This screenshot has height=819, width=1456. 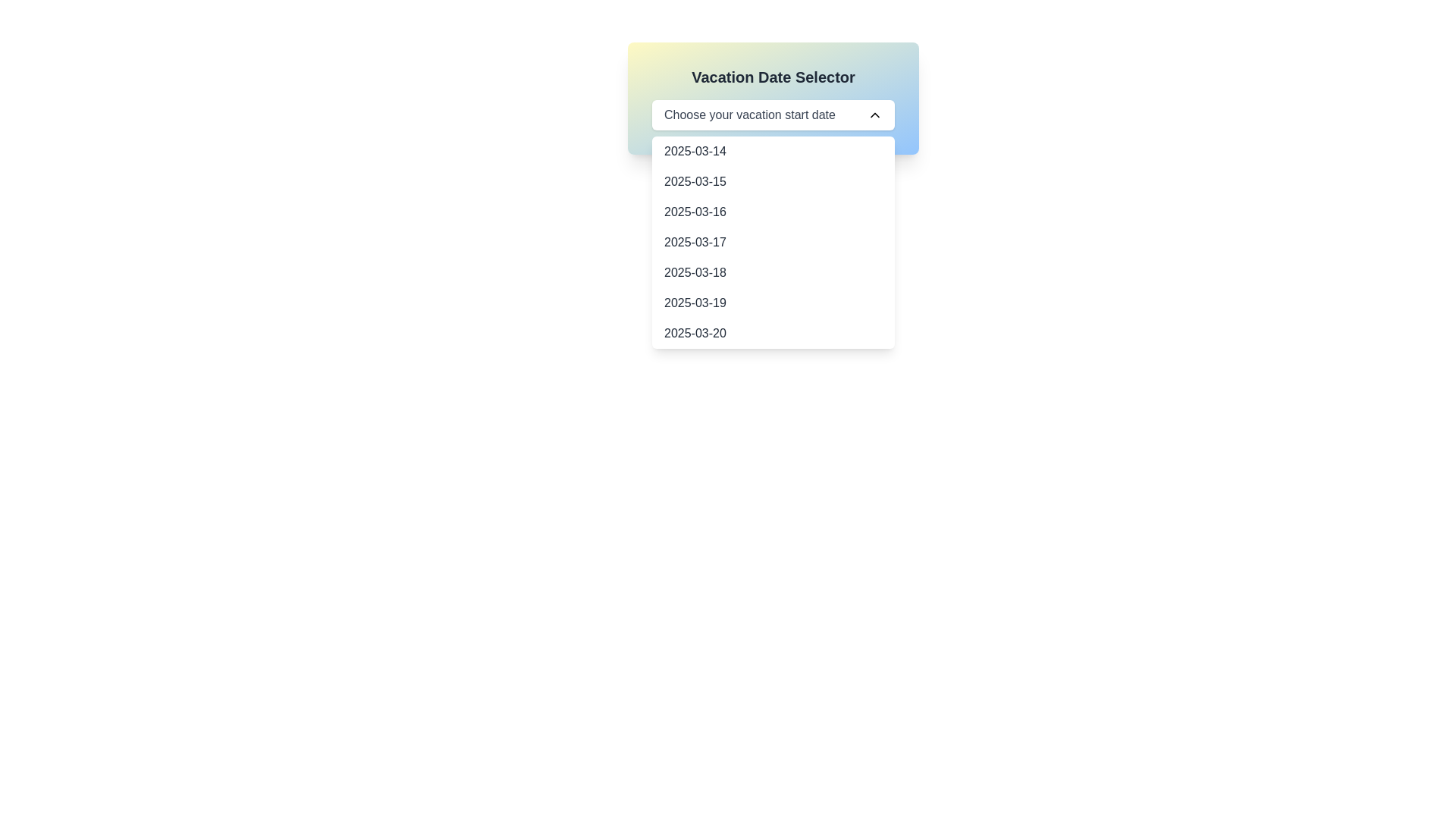 What do you see at coordinates (773, 180) in the screenshot?
I see `the selectable option in the dropdown menu for the date '2025-03-15'` at bounding box center [773, 180].